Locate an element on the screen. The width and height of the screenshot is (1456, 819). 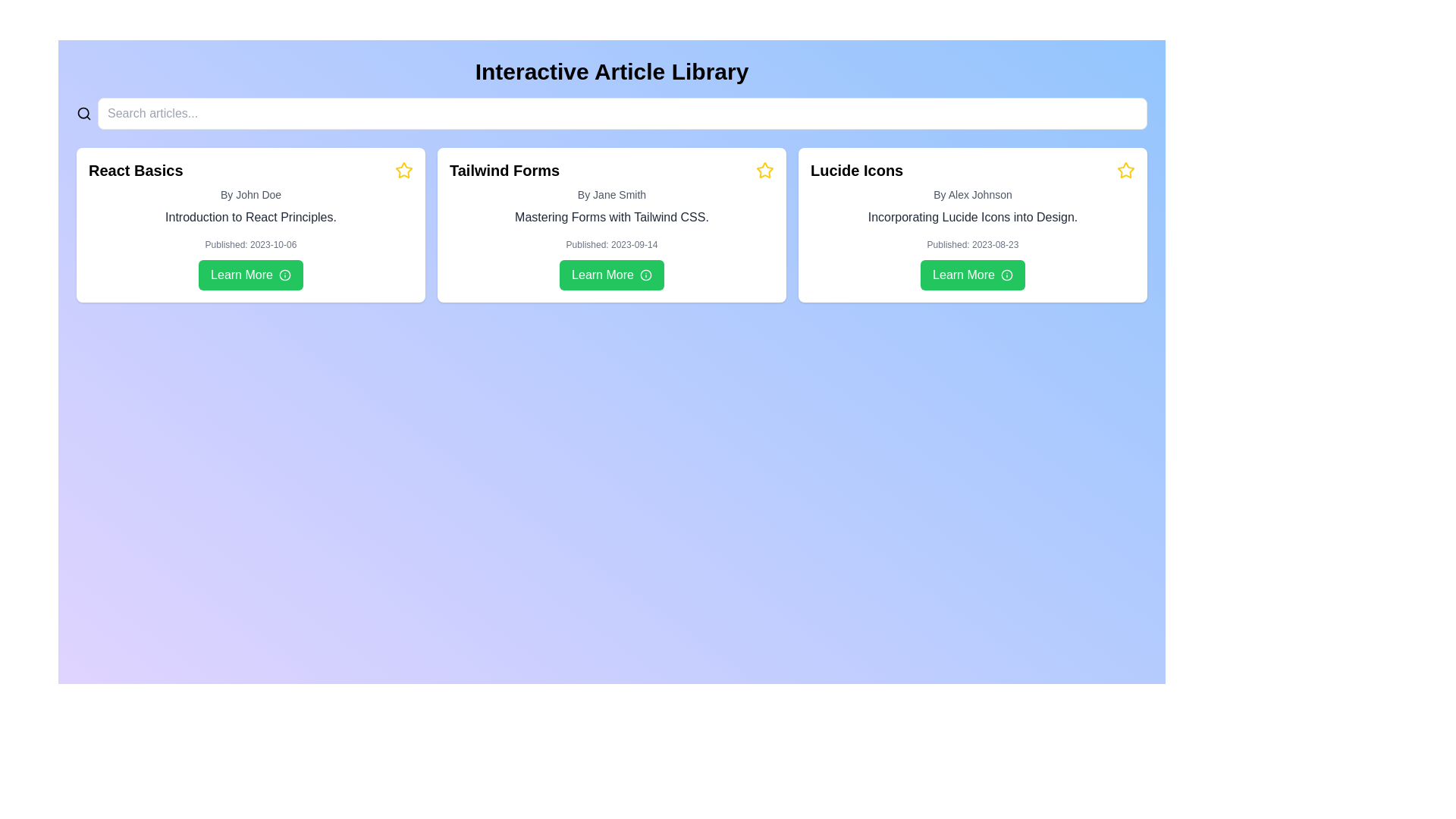
text label displaying the author's name located beneath the 'Tailwind Forms' title in the second article card is located at coordinates (611, 194).